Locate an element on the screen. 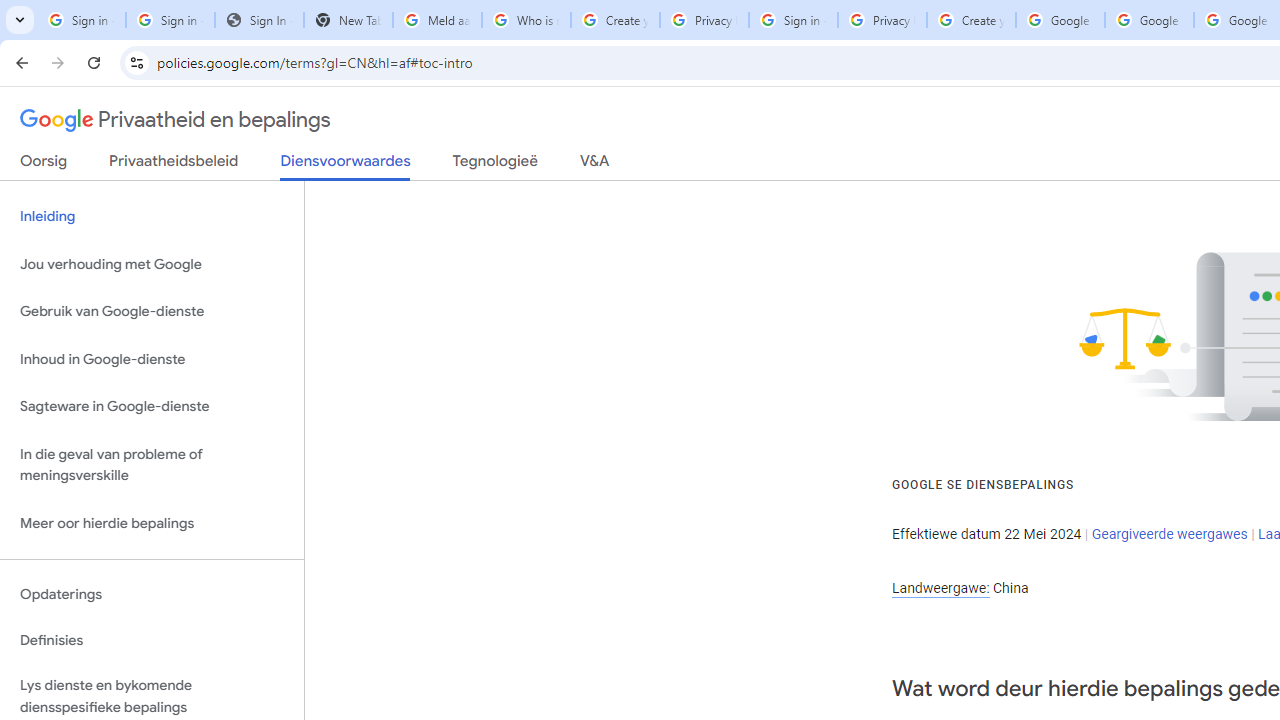 The image size is (1280, 720). 'Sagteware in Google-dienste' is located at coordinates (151, 406).